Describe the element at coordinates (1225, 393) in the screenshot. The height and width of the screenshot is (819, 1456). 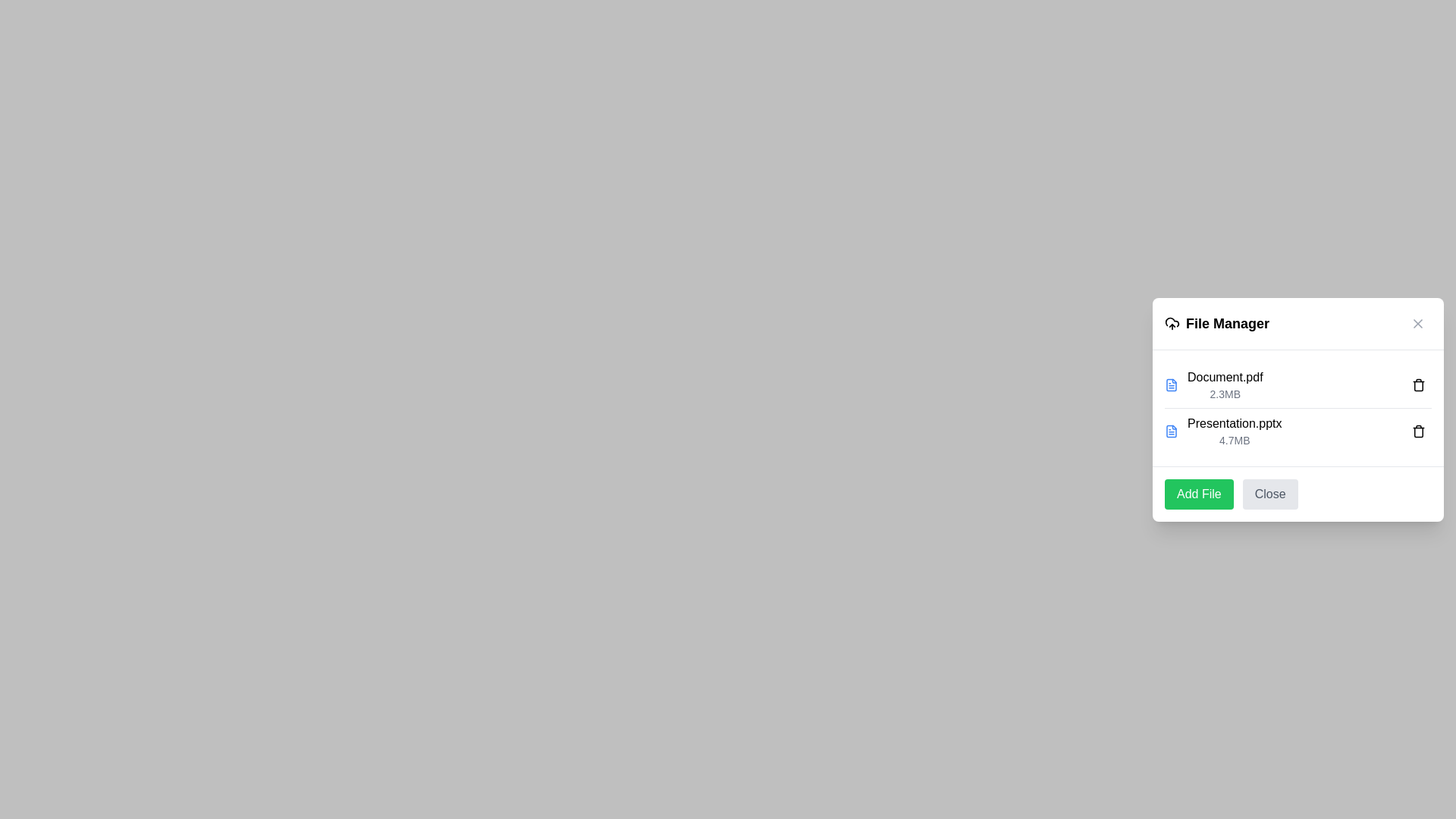
I see `the text label that indicates the file size for 'Document.pdf' in the file manager UI, located directly below the item` at that location.